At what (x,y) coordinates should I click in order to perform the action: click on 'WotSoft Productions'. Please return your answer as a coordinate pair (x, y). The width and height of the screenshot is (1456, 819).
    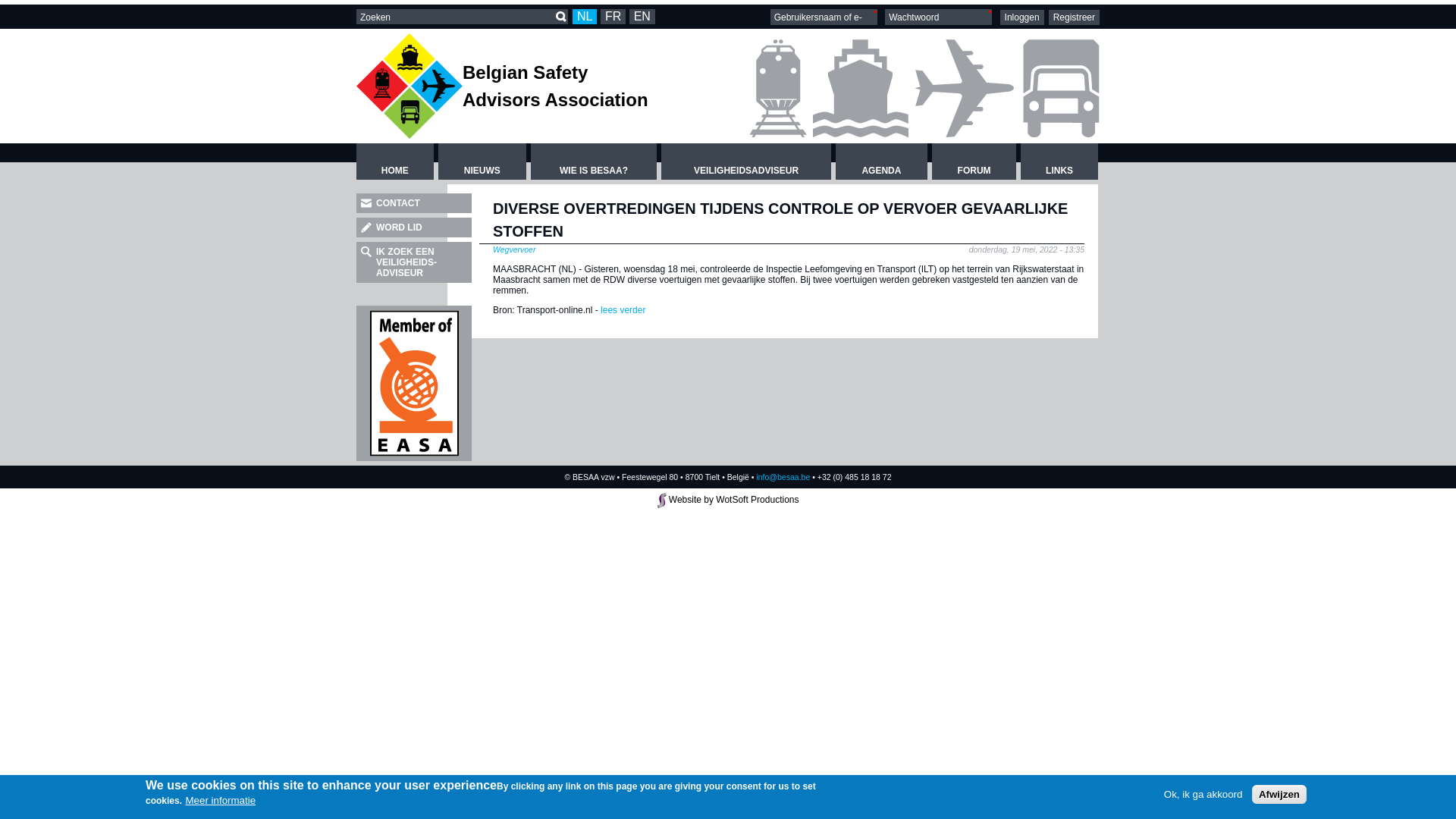
    Looking at the image, I should click on (757, 500).